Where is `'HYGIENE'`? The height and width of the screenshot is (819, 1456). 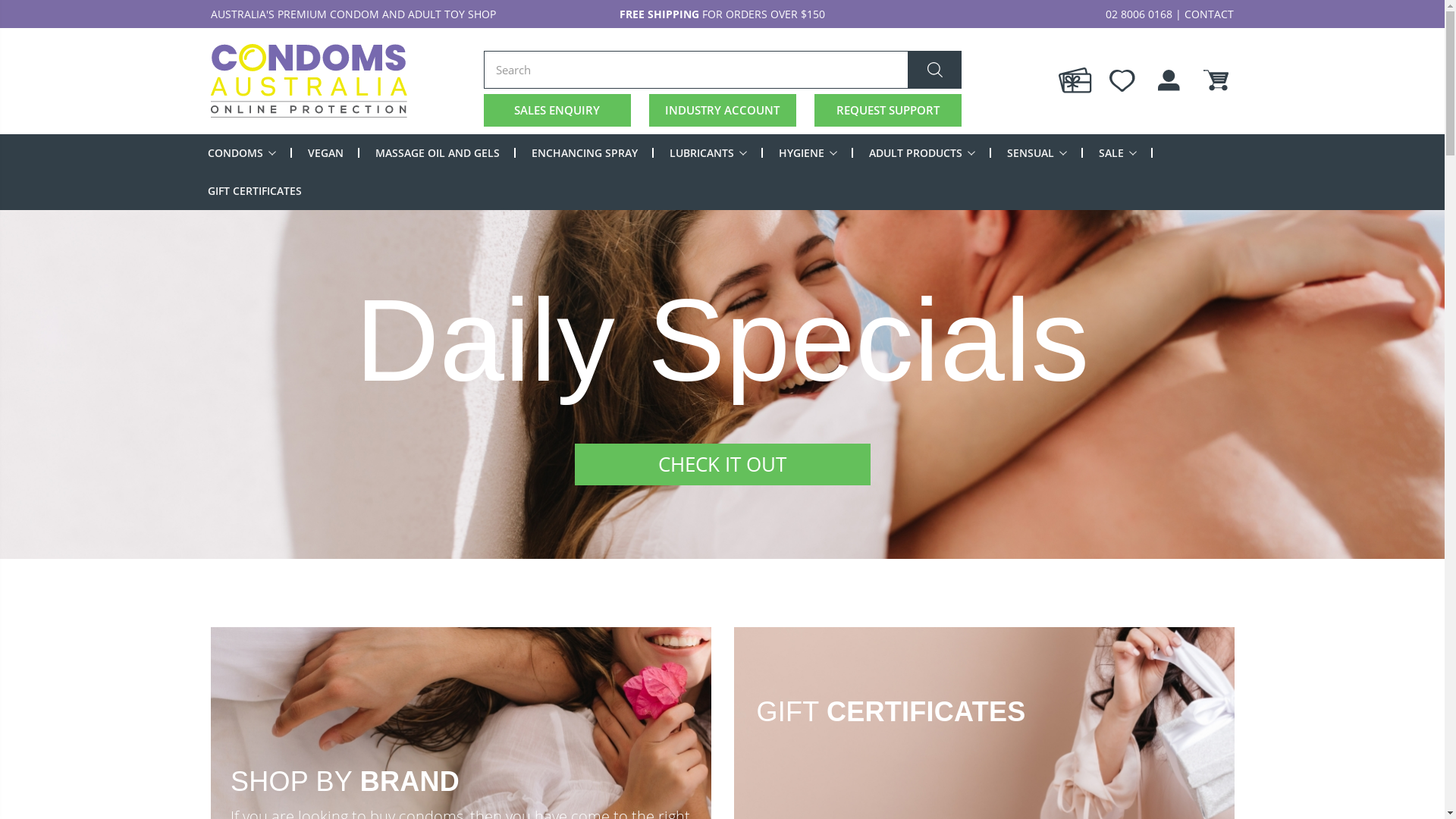 'HYGIENE' is located at coordinates (778, 152).